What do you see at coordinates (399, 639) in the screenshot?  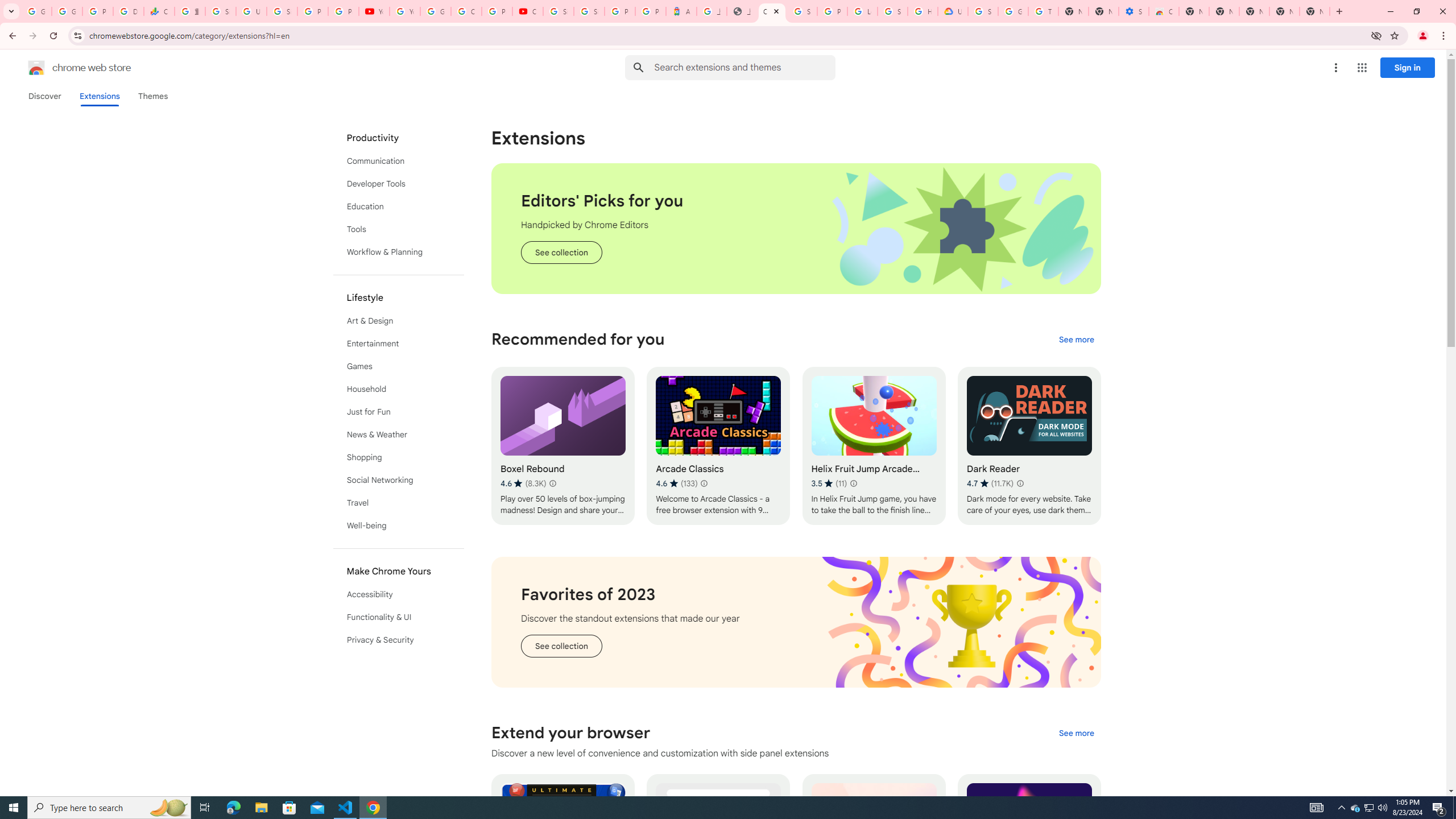 I see `'Privacy & Security'` at bounding box center [399, 639].